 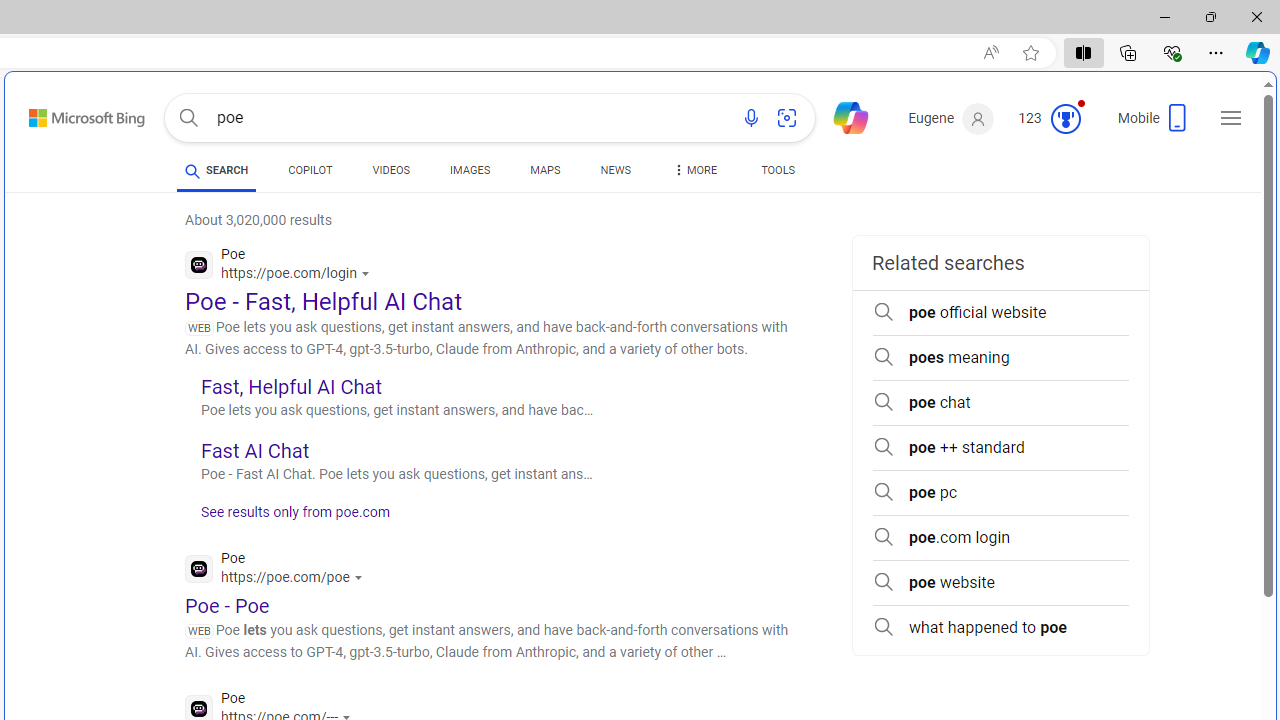 I want to click on 'Global web icon', so click(x=199, y=707).